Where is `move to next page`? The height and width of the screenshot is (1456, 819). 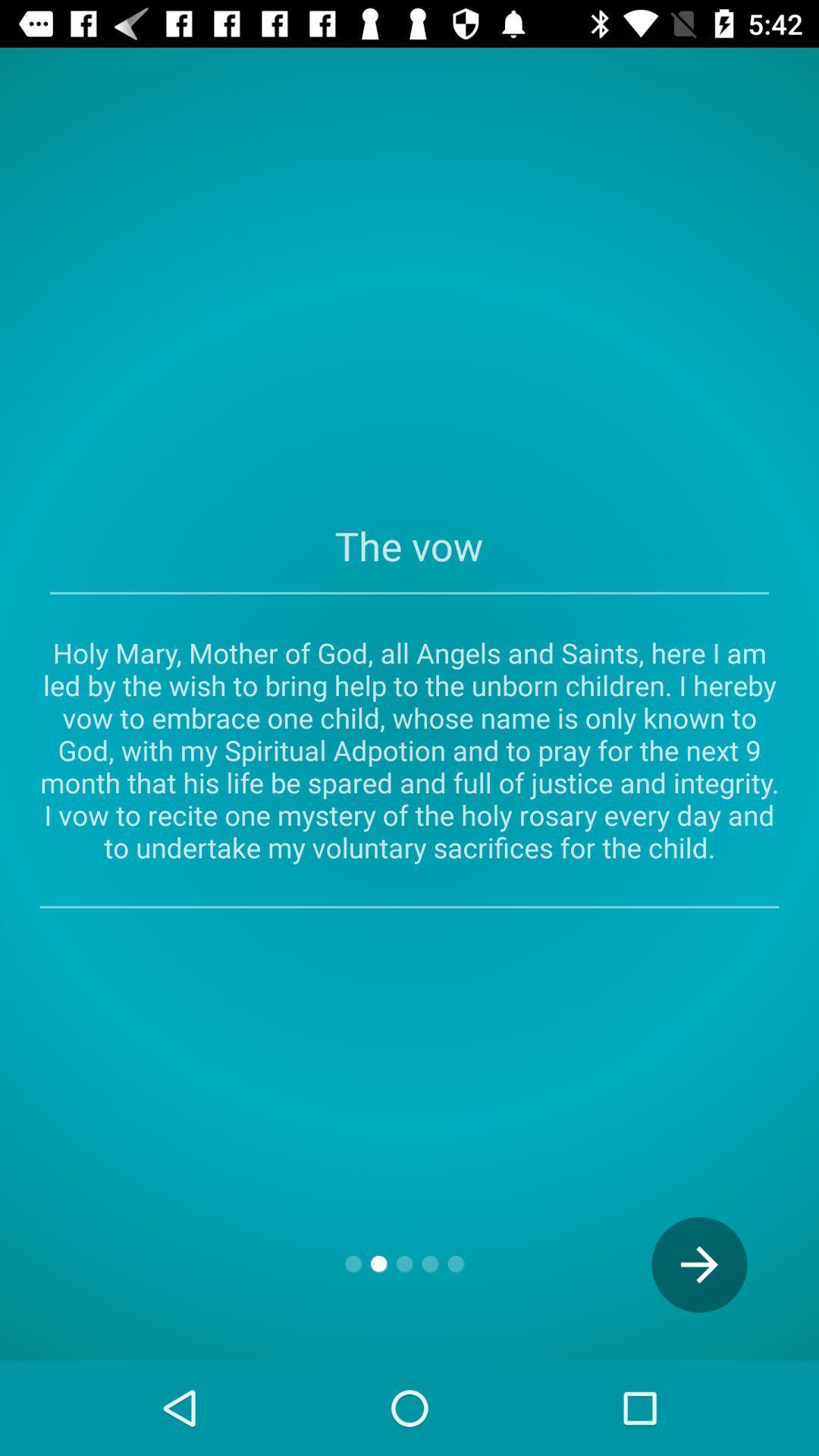
move to next page is located at coordinates (699, 1264).